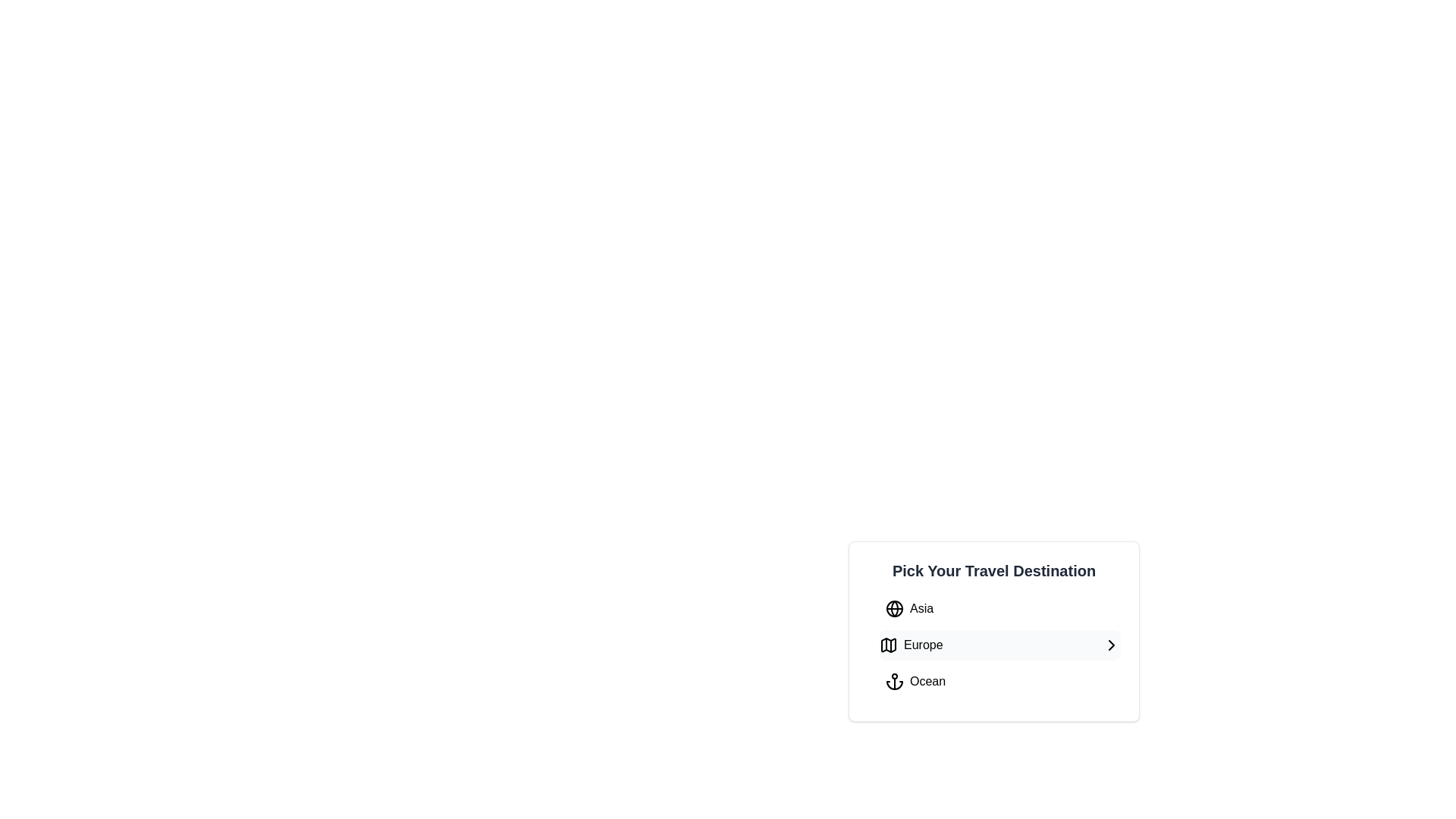 This screenshot has height=819, width=1456. I want to click on the curved line of the anchor icon, which is styled with a black stroke and no fill, located to the left of the 'Ocean' text in the travel destinations list, so click(895, 685).